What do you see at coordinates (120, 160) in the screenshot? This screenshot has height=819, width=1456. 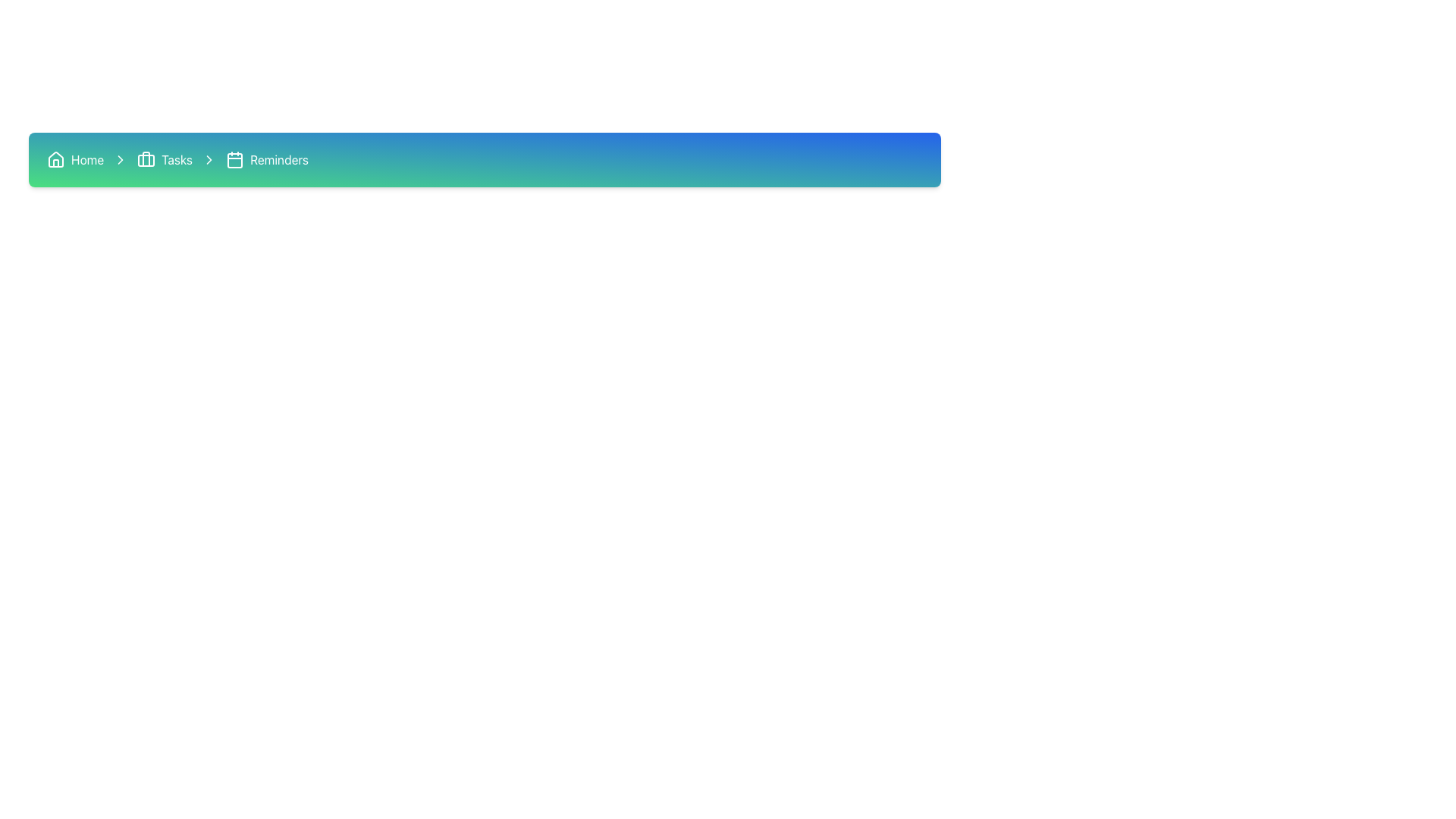 I see `the second chevron icon in the breadcrumb navigation bar, located between 'Home' and 'Tasks', to visually indicate the navigation hierarchy` at bounding box center [120, 160].